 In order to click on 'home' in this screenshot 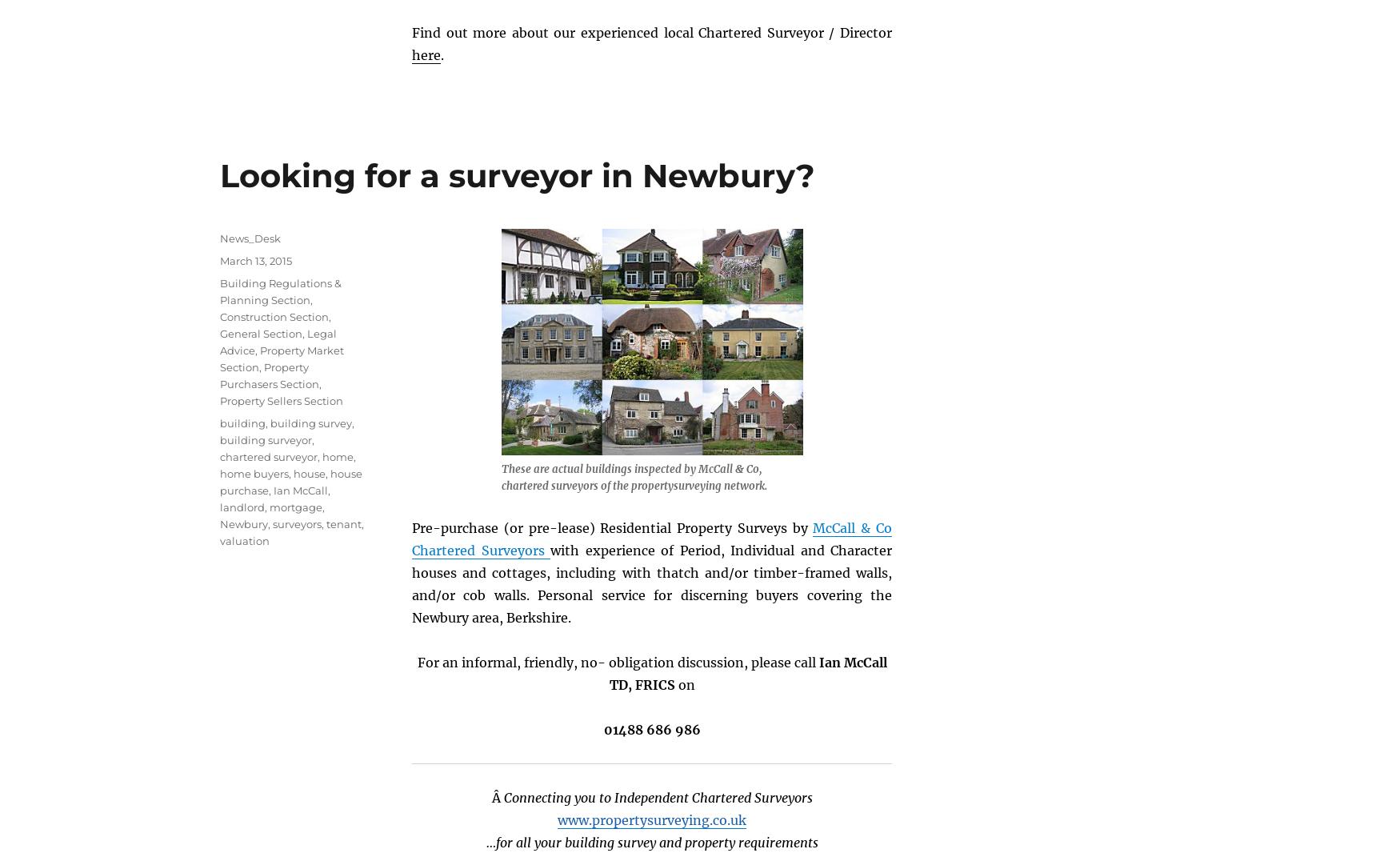, I will do `click(322, 455)`.